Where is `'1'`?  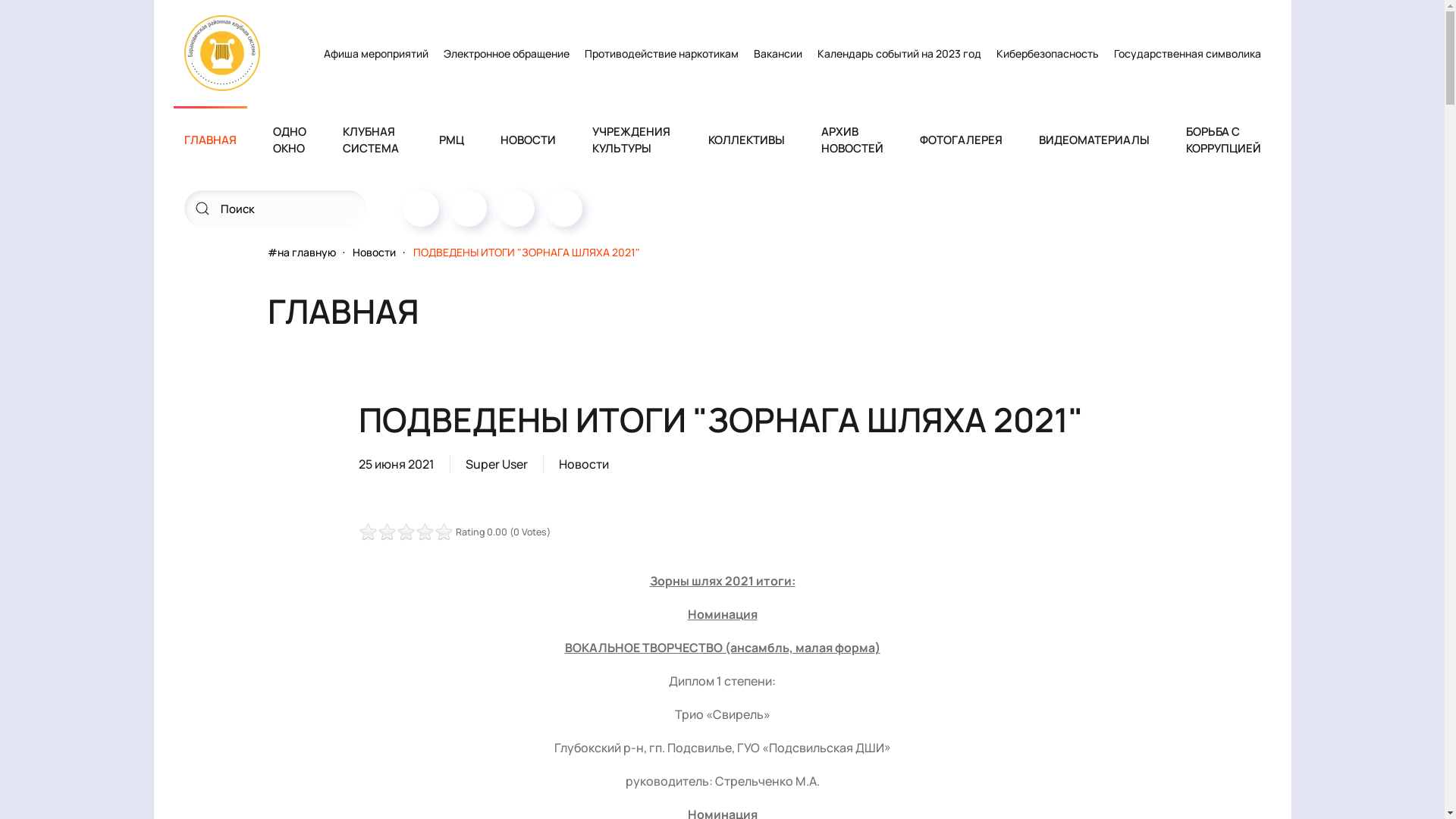
'1' is located at coordinates (372, 531).